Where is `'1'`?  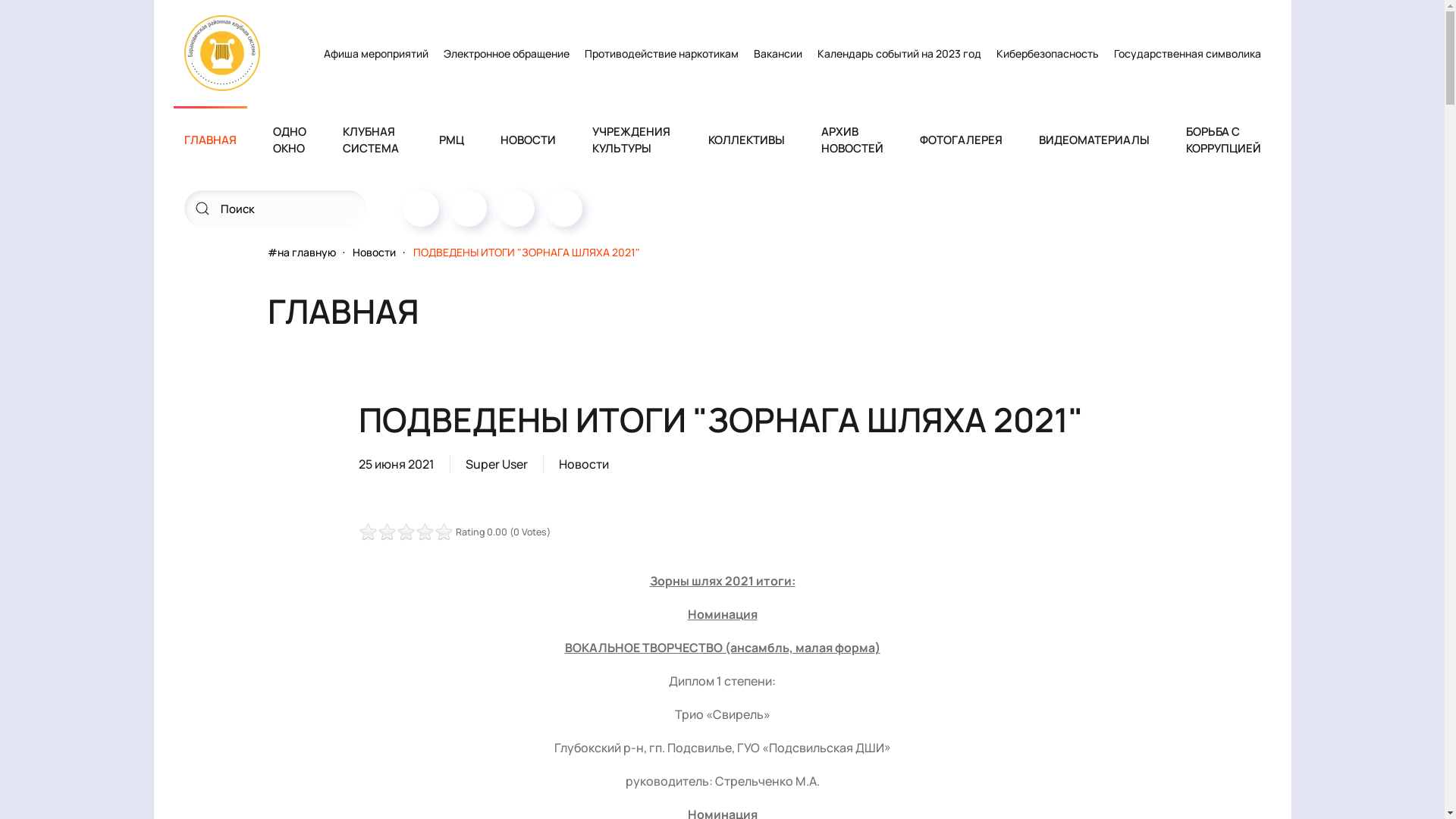
'1' is located at coordinates (372, 531).